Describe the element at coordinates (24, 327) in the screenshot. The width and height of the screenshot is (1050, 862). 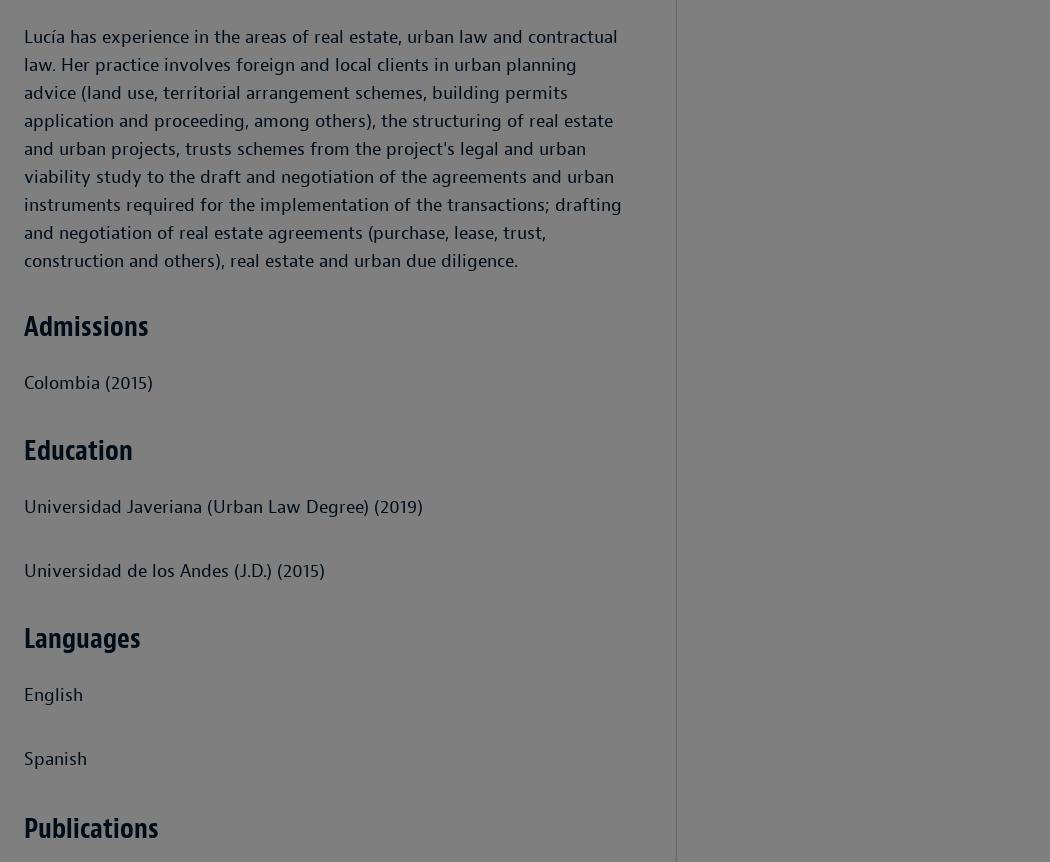
I see `'Admissions'` at that location.